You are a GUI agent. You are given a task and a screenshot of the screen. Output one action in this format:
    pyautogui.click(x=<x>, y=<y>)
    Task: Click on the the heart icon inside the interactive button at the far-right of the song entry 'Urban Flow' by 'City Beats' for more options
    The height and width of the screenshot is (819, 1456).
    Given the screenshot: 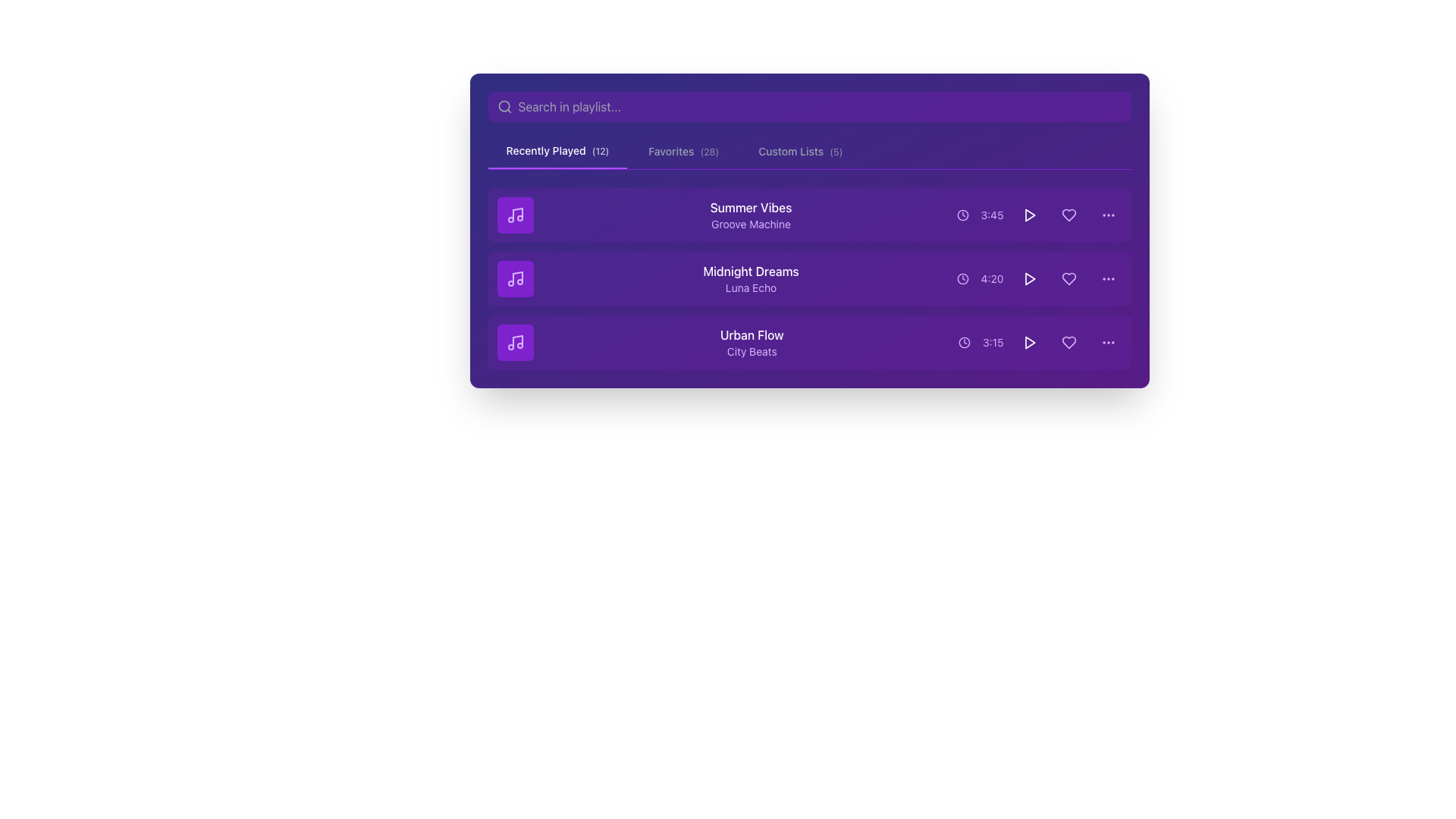 What is the action you would take?
    pyautogui.click(x=1068, y=342)
    